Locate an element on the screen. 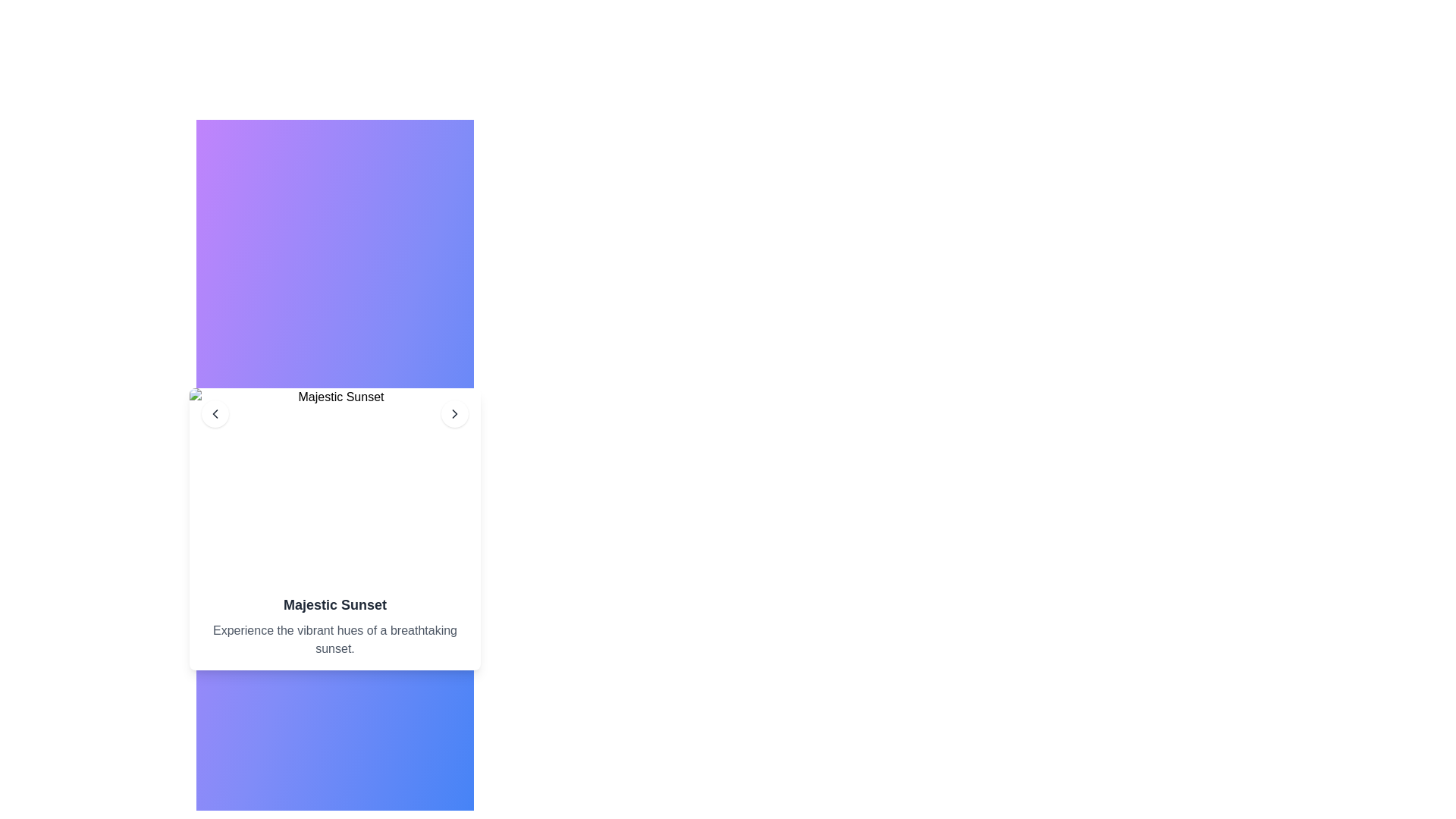 The width and height of the screenshot is (1456, 819). the Chevron navigation icon within the circular button located at the top-right corner of the card interface is located at coordinates (454, 414).